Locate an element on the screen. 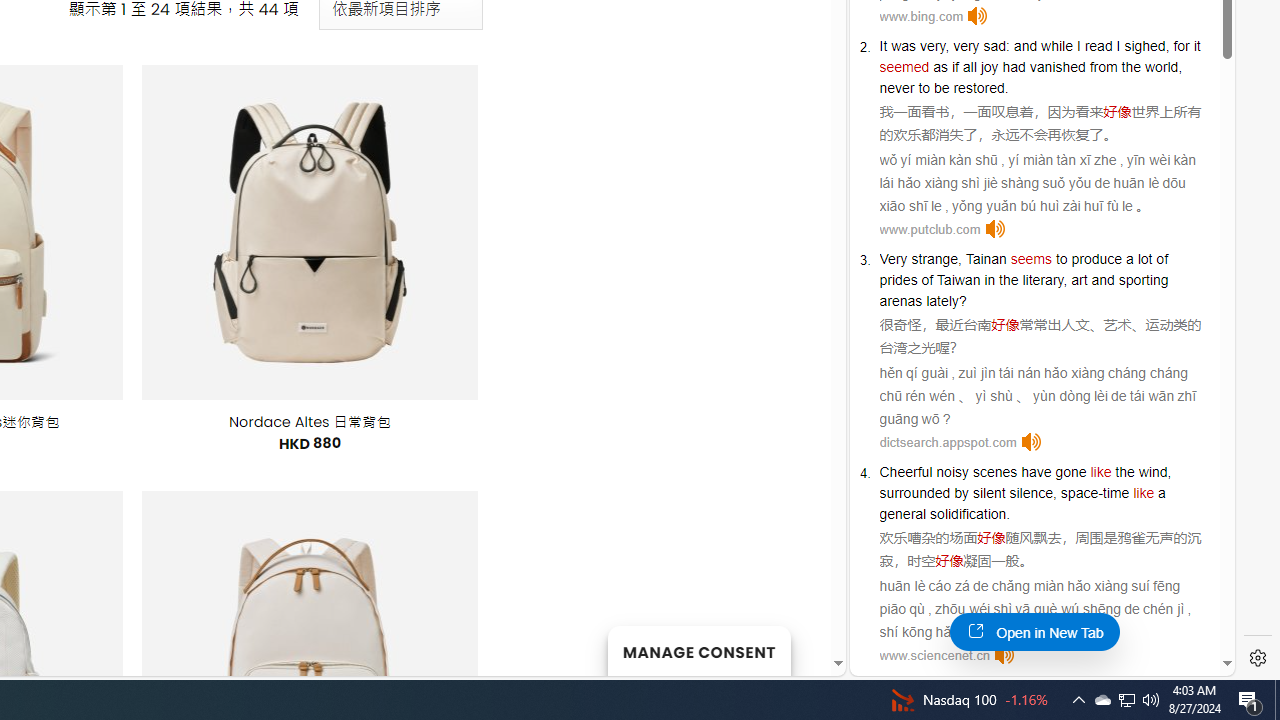 The image size is (1280, 720). 'silent silence' is located at coordinates (1012, 493).